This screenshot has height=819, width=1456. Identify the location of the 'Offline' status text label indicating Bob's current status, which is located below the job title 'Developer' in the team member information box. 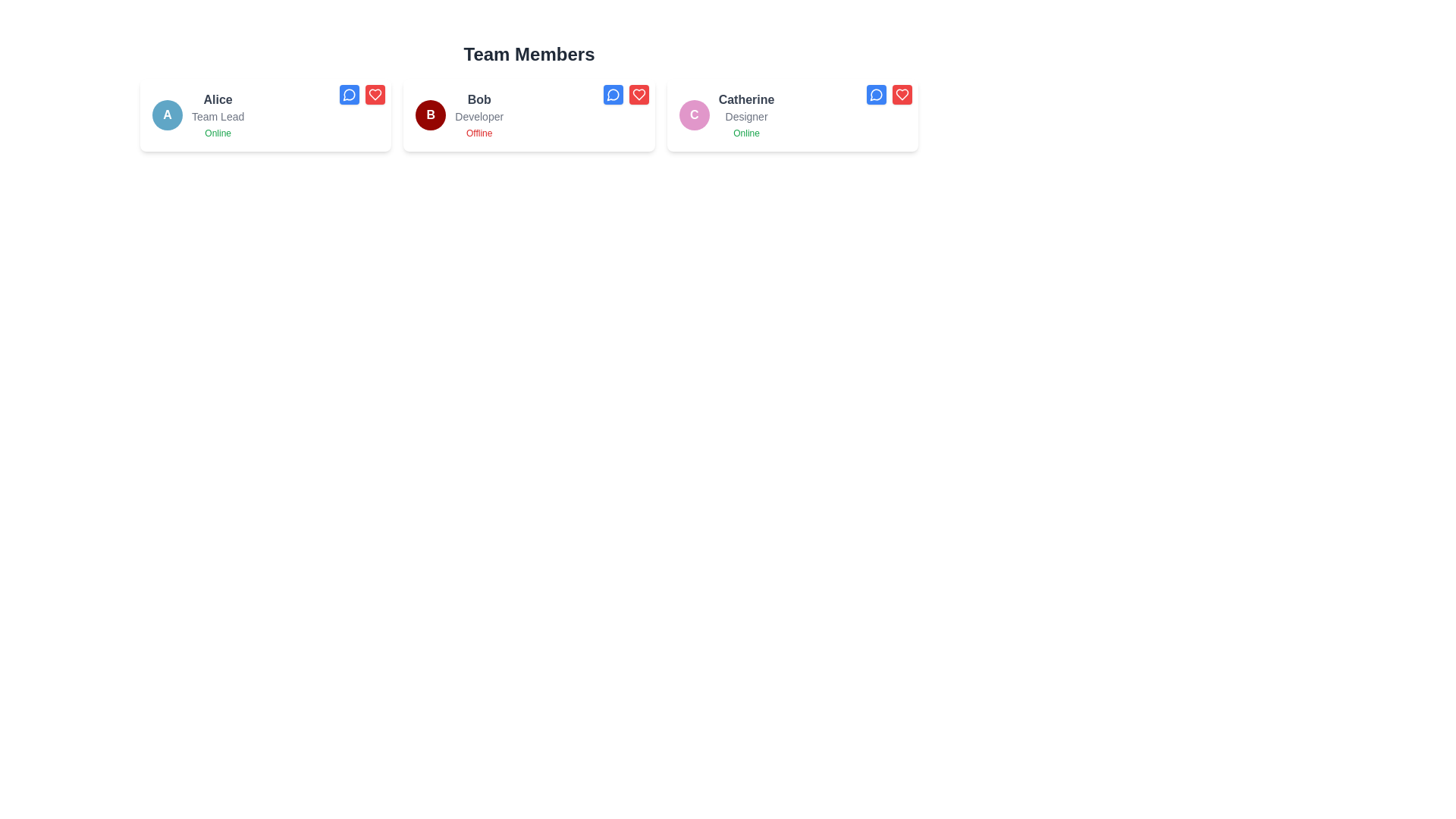
(479, 133).